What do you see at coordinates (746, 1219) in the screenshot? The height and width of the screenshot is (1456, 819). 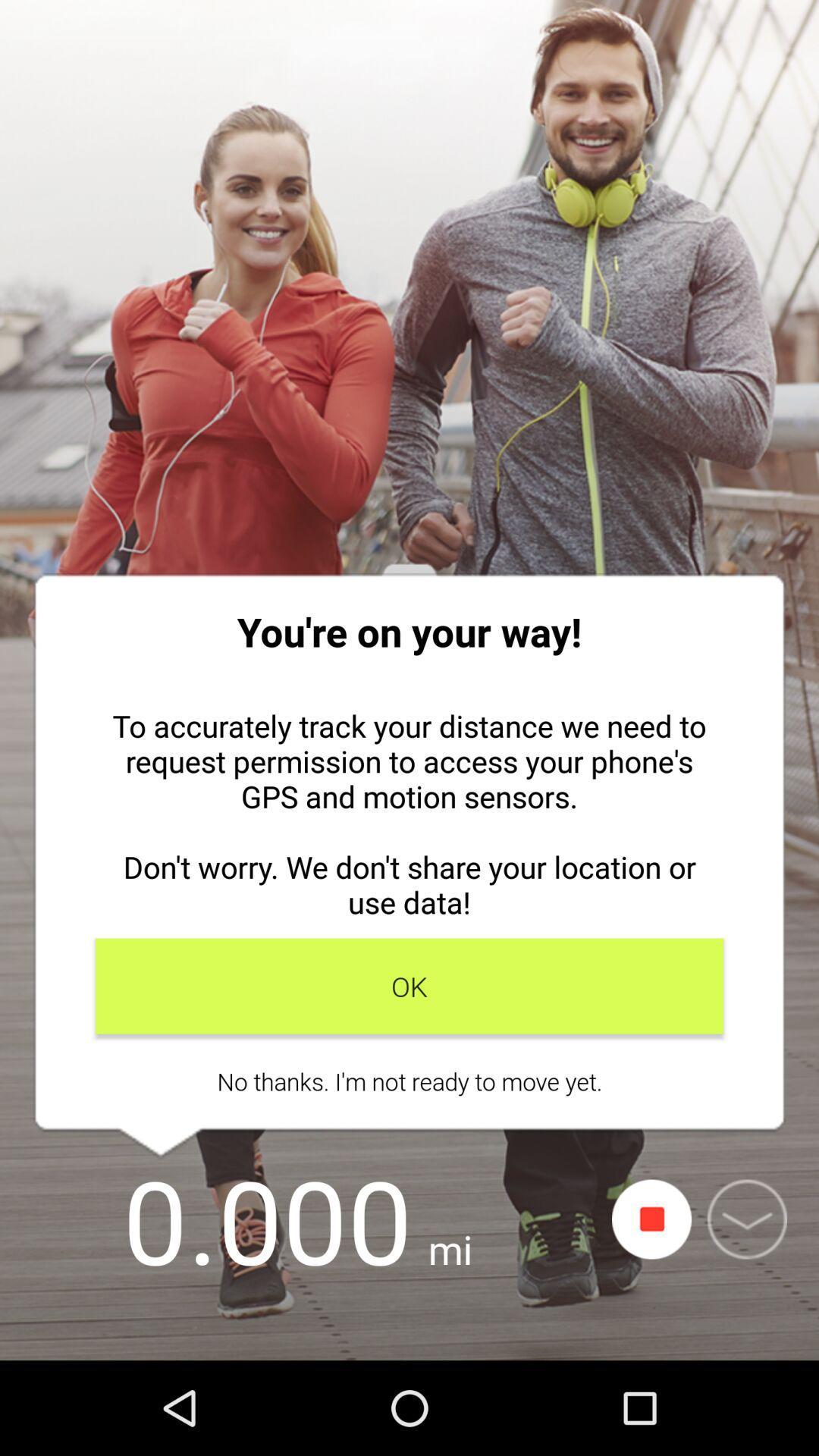 I see `the expand_more icon` at bounding box center [746, 1219].